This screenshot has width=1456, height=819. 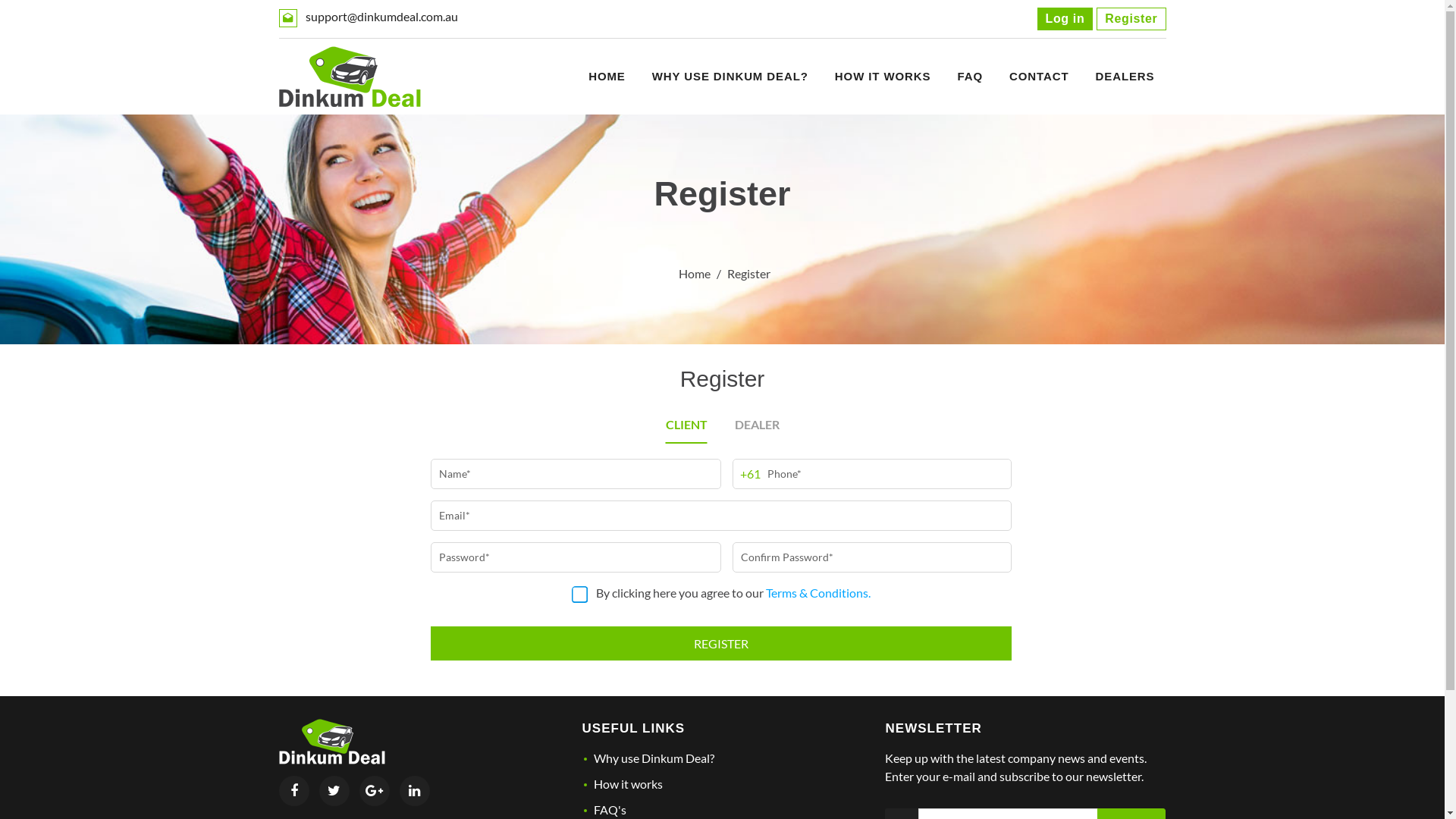 I want to click on 'How it works', so click(x=627, y=783).